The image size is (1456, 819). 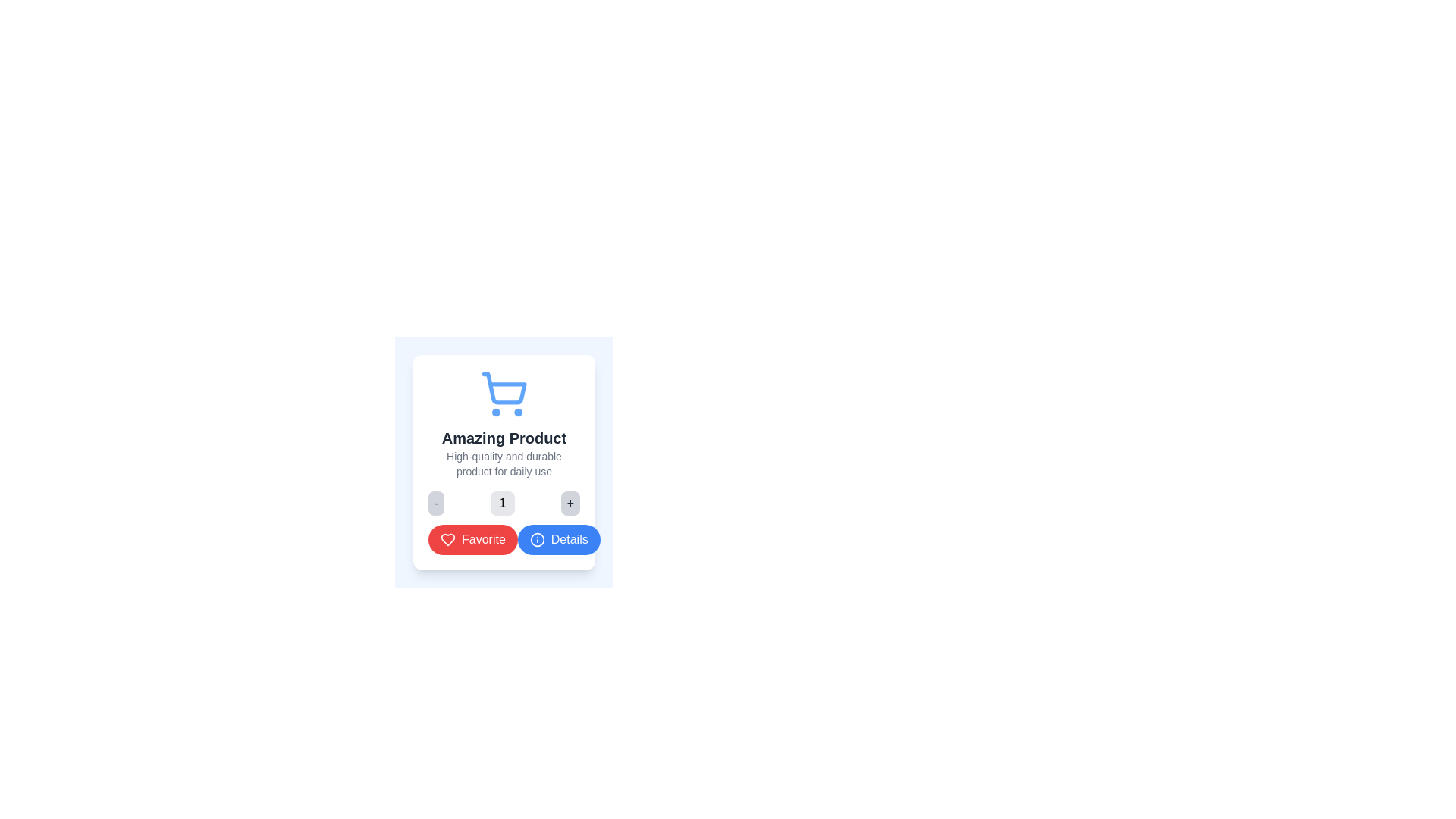 What do you see at coordinates (504, 503) in the screenshot?
I see `the '+' button of the Stepper control located below the product description to increase the numeric value displayed` at bounding box center [504, 503].